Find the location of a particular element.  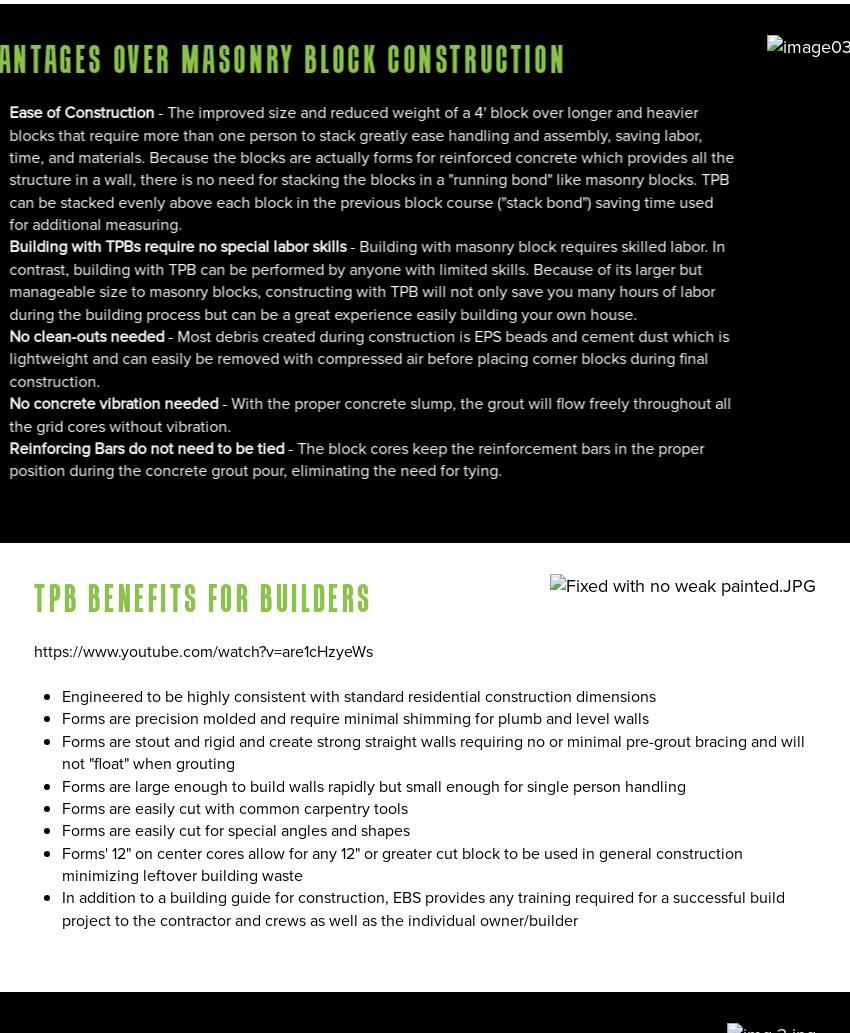

'Forms are precision molded and require minimal shimming for plumb and level walls' is located at coordinates (354, 718).